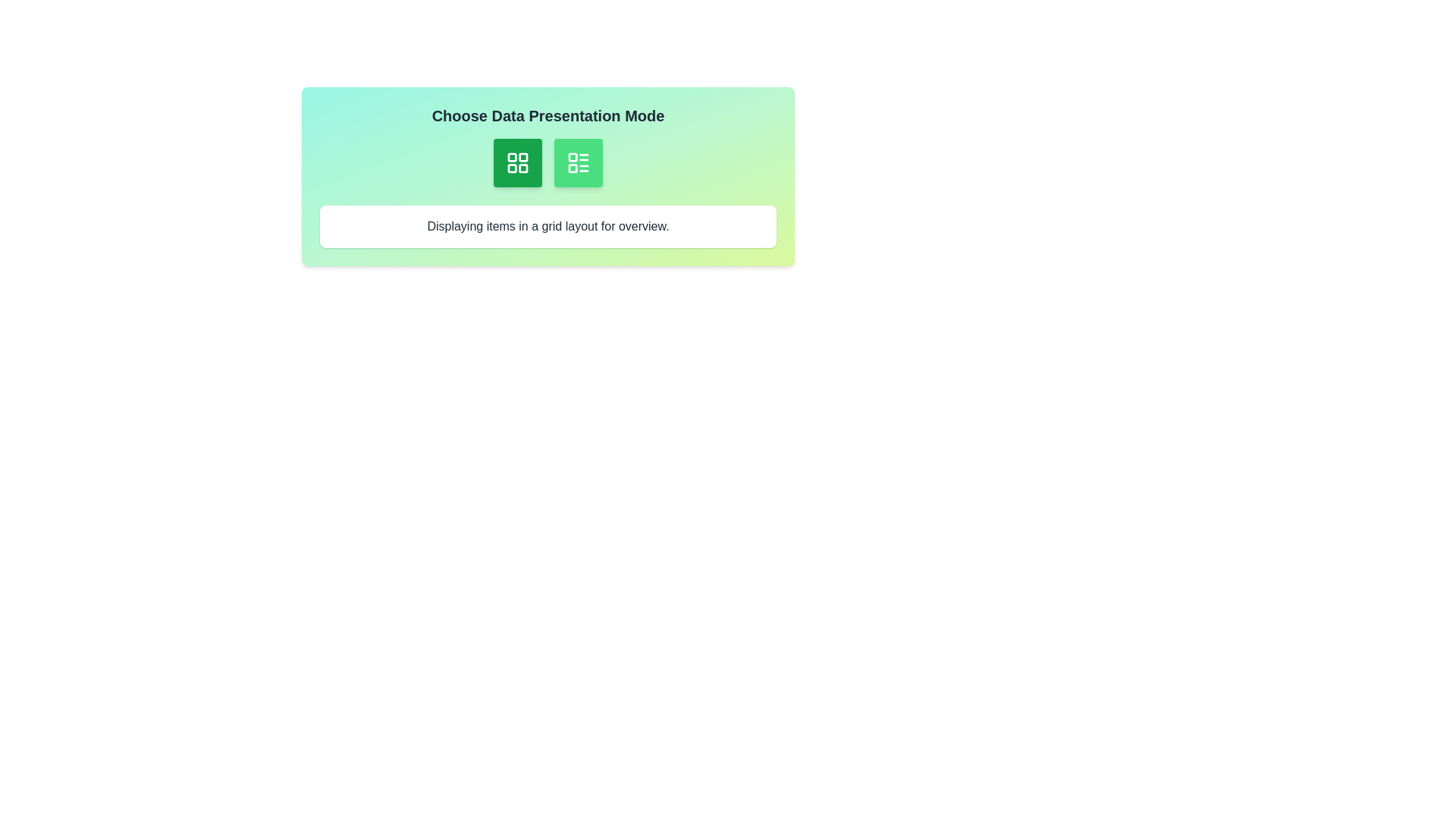  I want to click on the grid icon button to switch to grid data presentation mode, so click(517, 163).